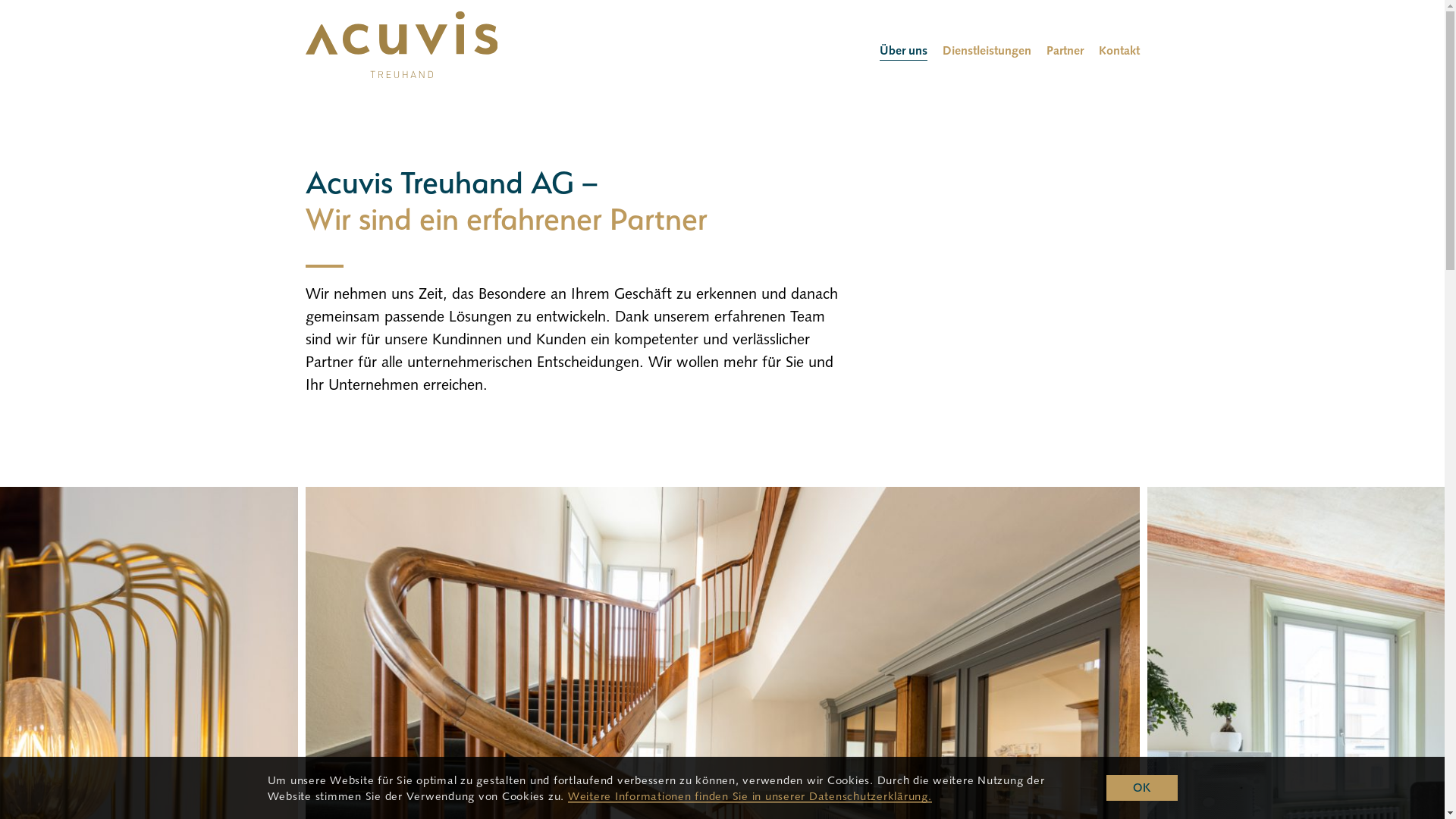  Describe the element at coordinates (1118, 49) in the screenshot. I see `'Kontakt'` at that location.